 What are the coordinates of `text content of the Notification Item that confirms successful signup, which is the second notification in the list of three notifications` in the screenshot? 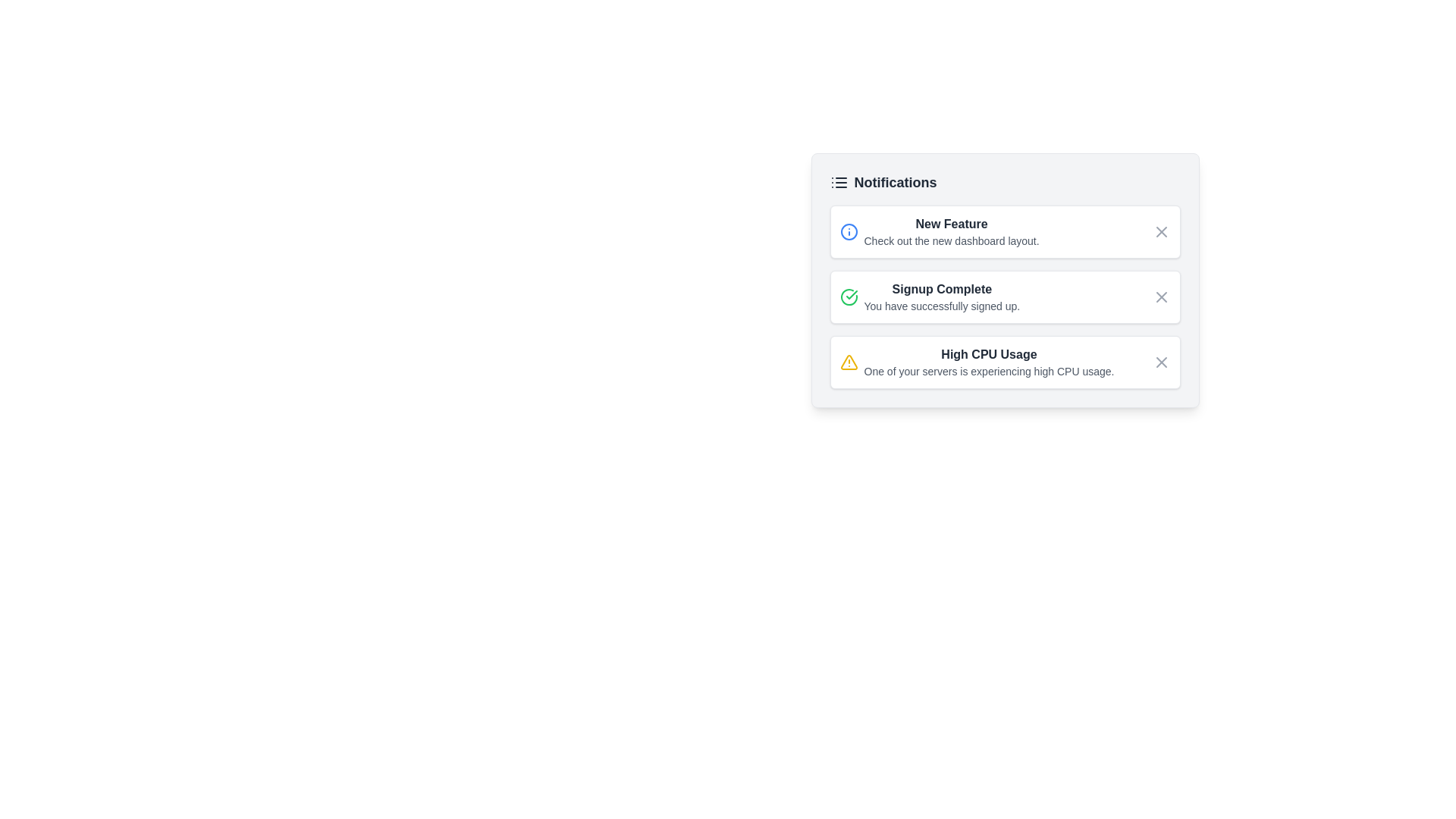 It's located at (929, 297).